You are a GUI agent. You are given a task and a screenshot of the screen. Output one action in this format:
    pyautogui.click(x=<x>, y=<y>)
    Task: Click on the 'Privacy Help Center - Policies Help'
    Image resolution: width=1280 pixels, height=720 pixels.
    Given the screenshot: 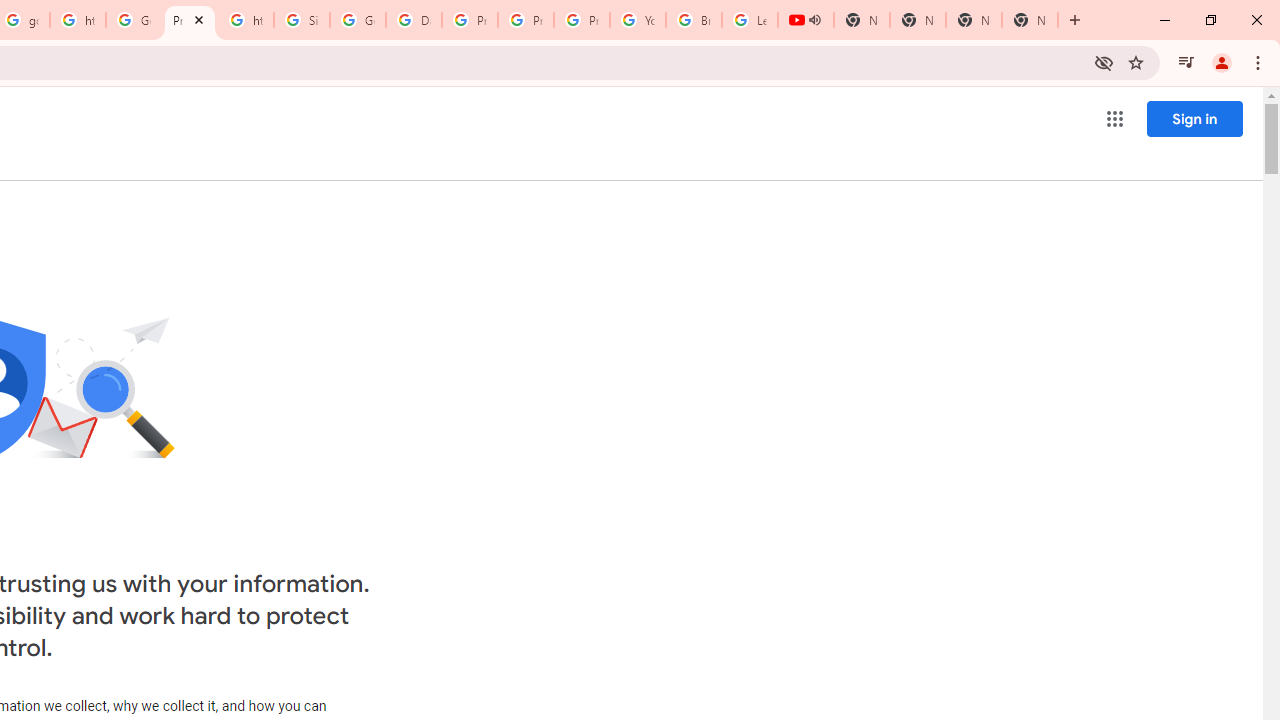 What is the action you would take?
    pyautogui.click(x=526, y=20)
    